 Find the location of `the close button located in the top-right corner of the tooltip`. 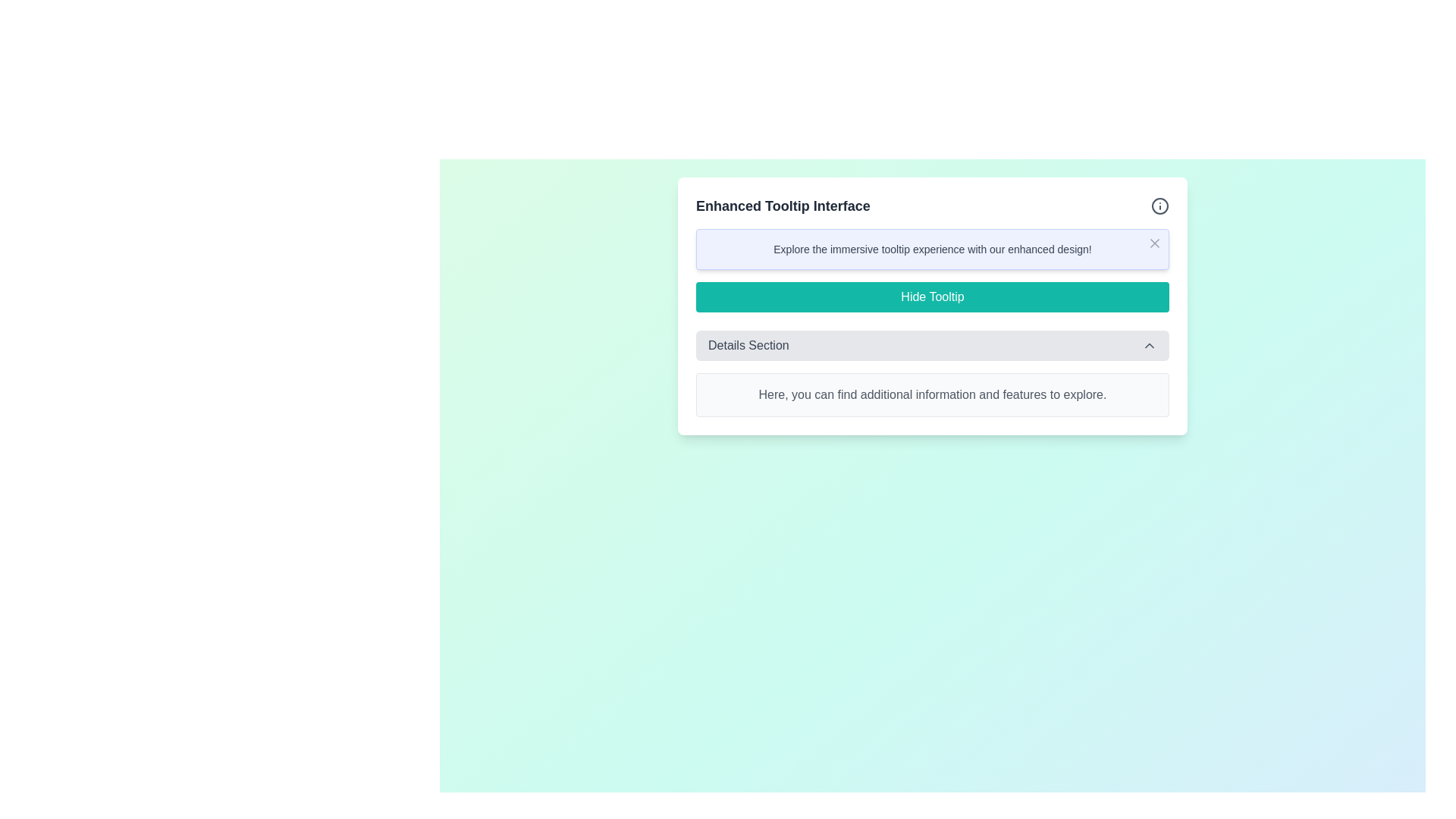

the close button located in the top-right corner of the tooltip is located at coordinates (1153, 242).